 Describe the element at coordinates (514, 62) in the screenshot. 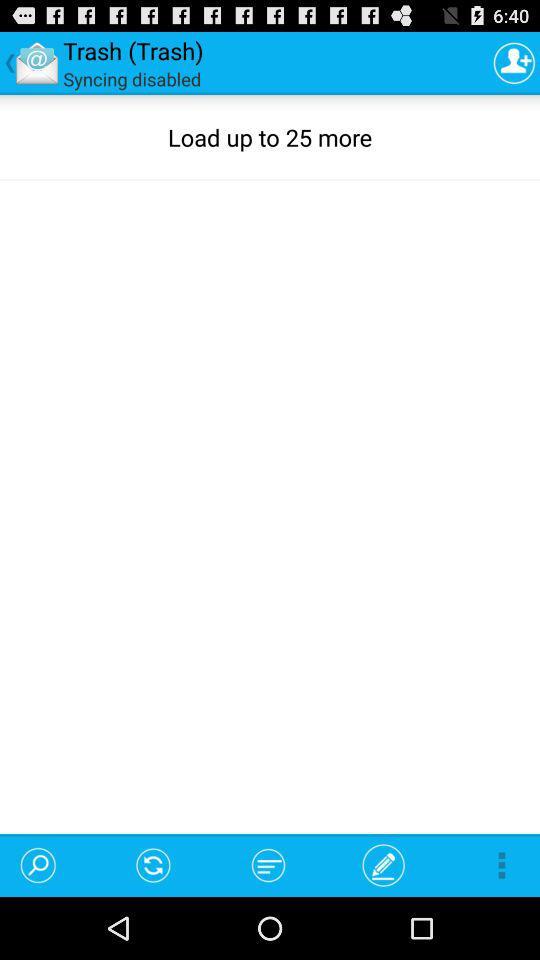

I see `the study bible` at that location.